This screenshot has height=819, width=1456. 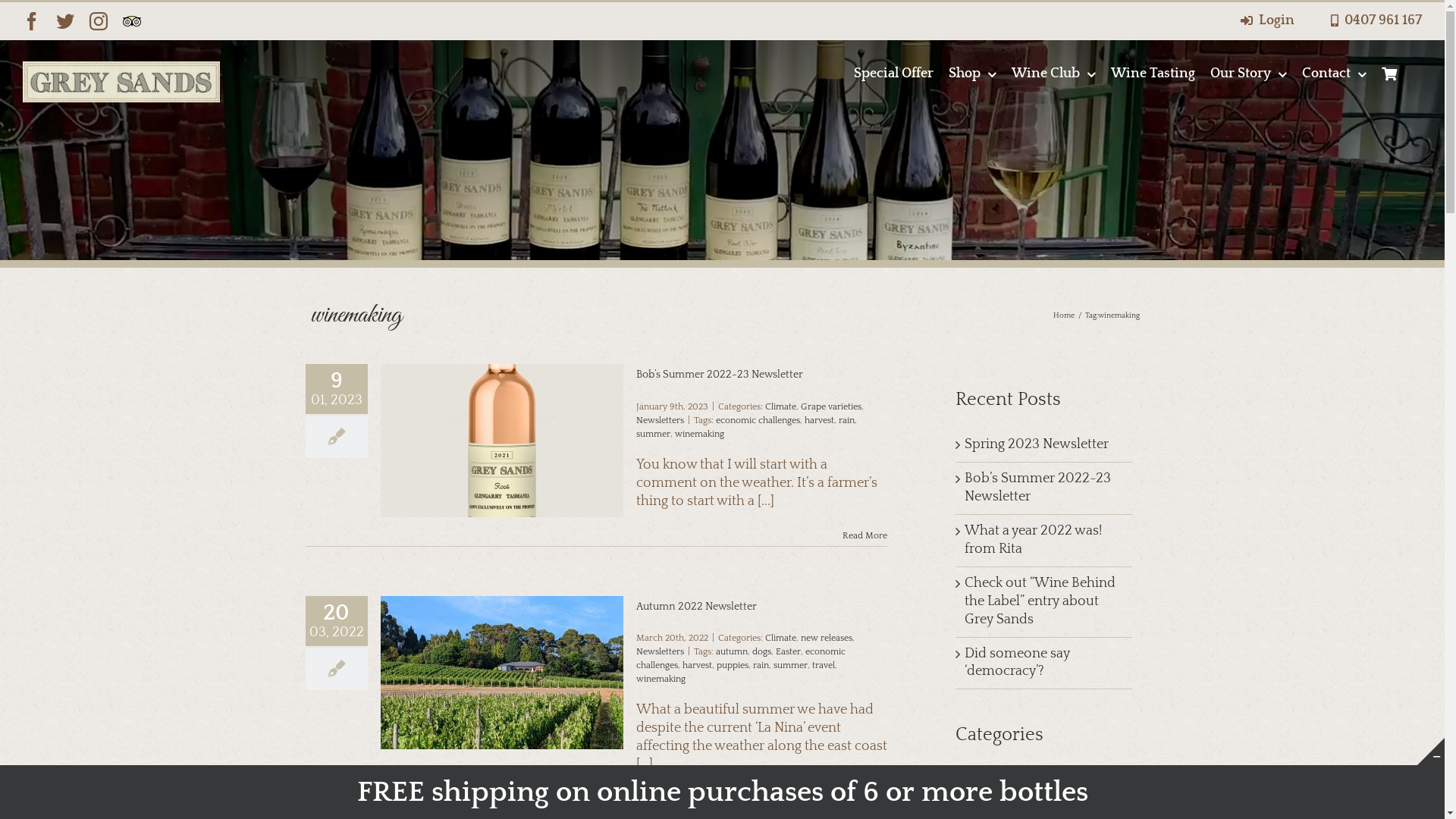 I want to click on 'Wine Tasting', so click(x=1110, y=82).